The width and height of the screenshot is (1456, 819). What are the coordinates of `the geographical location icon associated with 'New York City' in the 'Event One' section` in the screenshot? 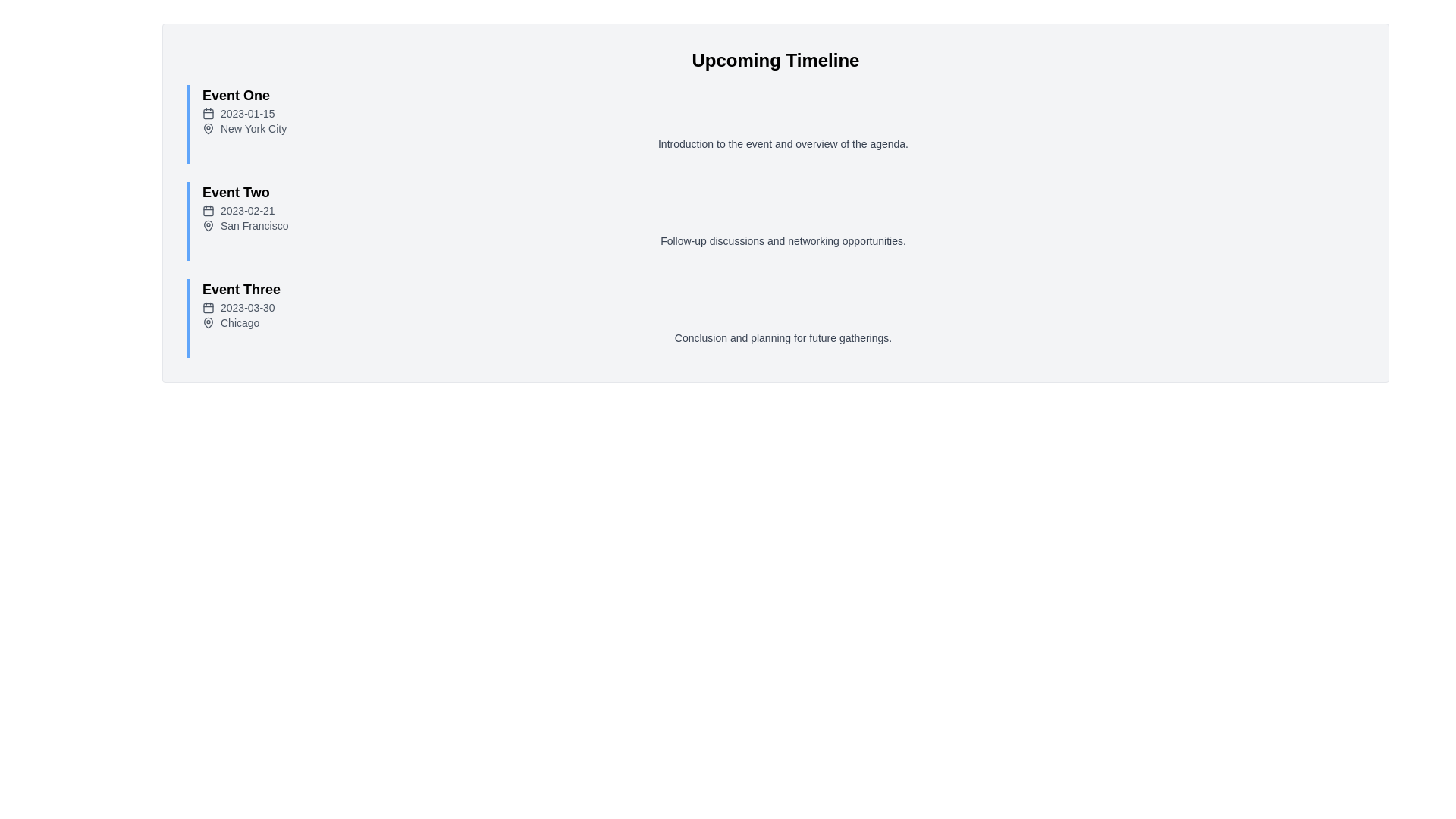 It's located at (207, 127).